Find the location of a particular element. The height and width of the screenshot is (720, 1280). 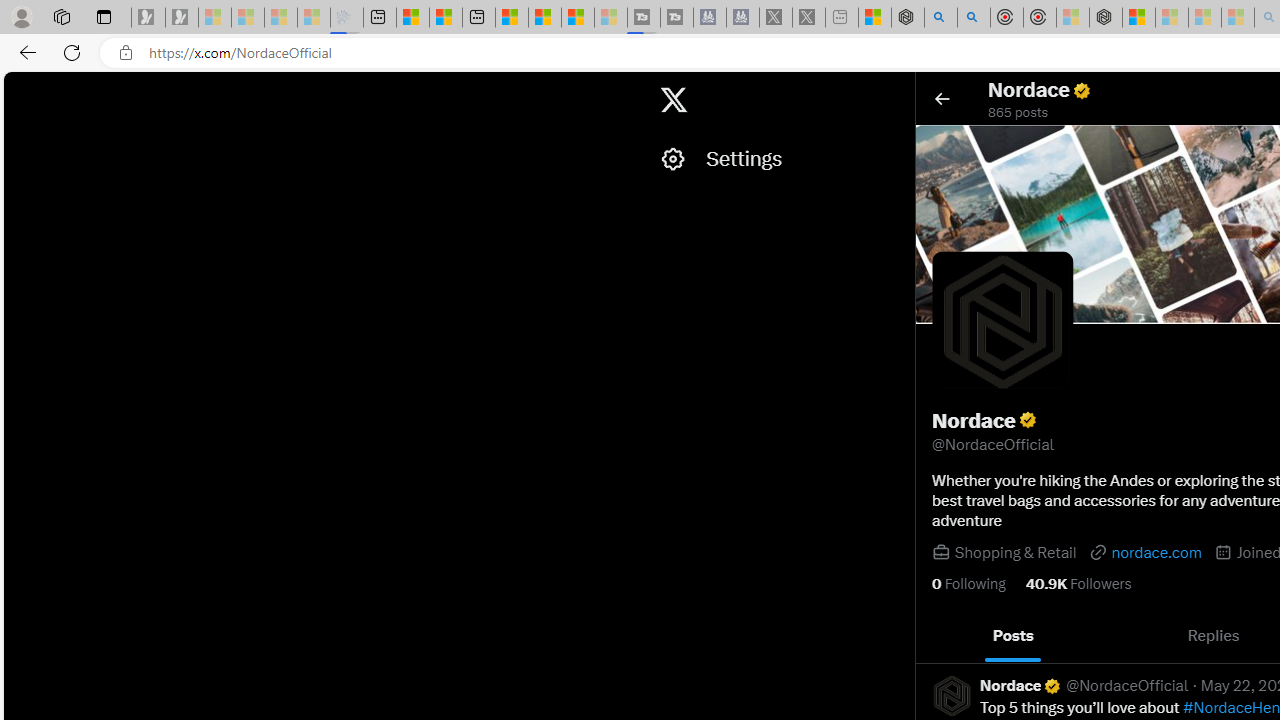

'Square profile picture' is located at coordinates (950, 694).